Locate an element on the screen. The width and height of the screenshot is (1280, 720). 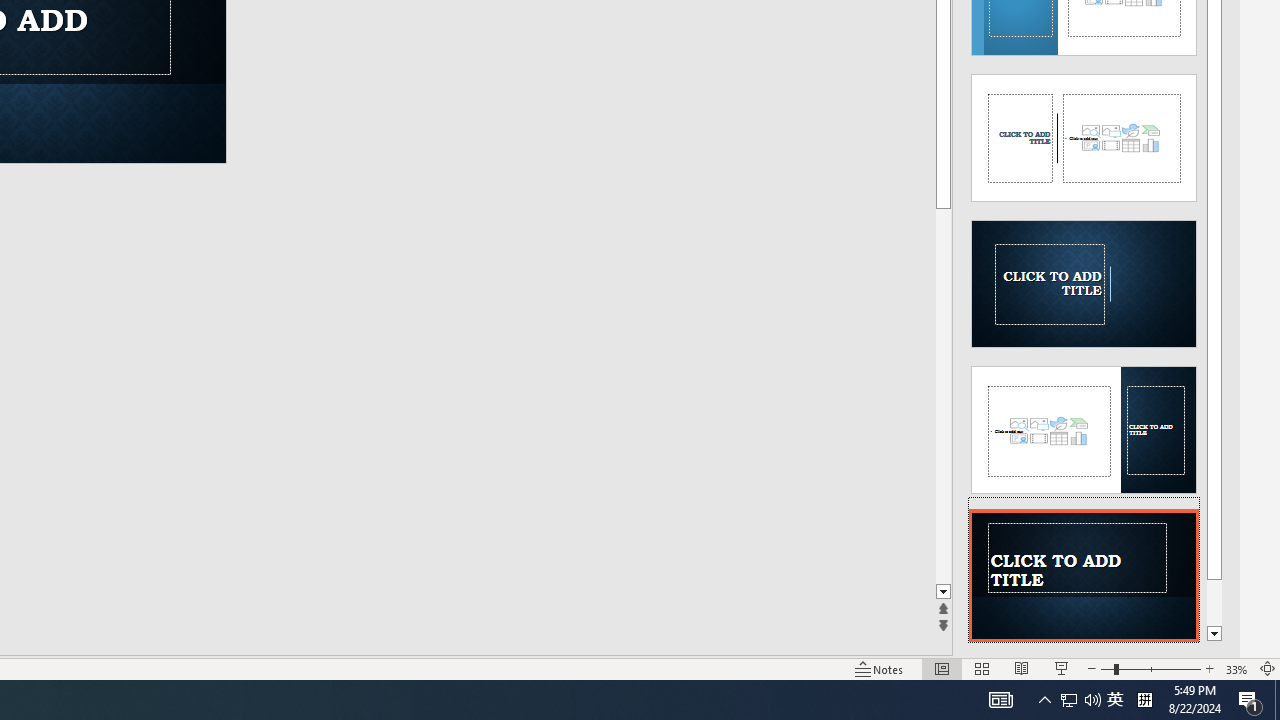
'Zoom 33%' is located at coordinates (1236, 669).